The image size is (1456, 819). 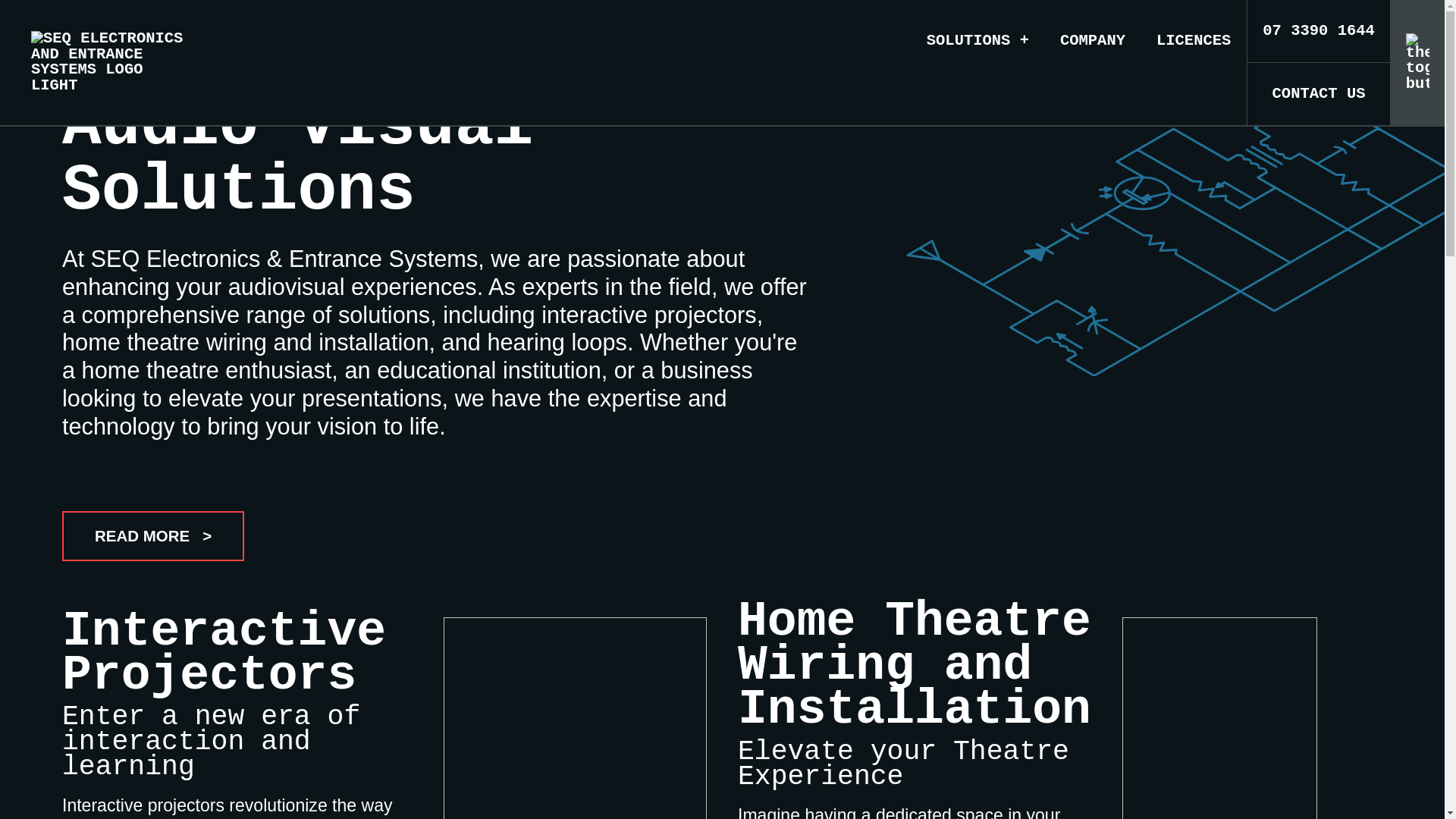 I want to click on 'Interactive Projectors', so click(x=223, y=652).